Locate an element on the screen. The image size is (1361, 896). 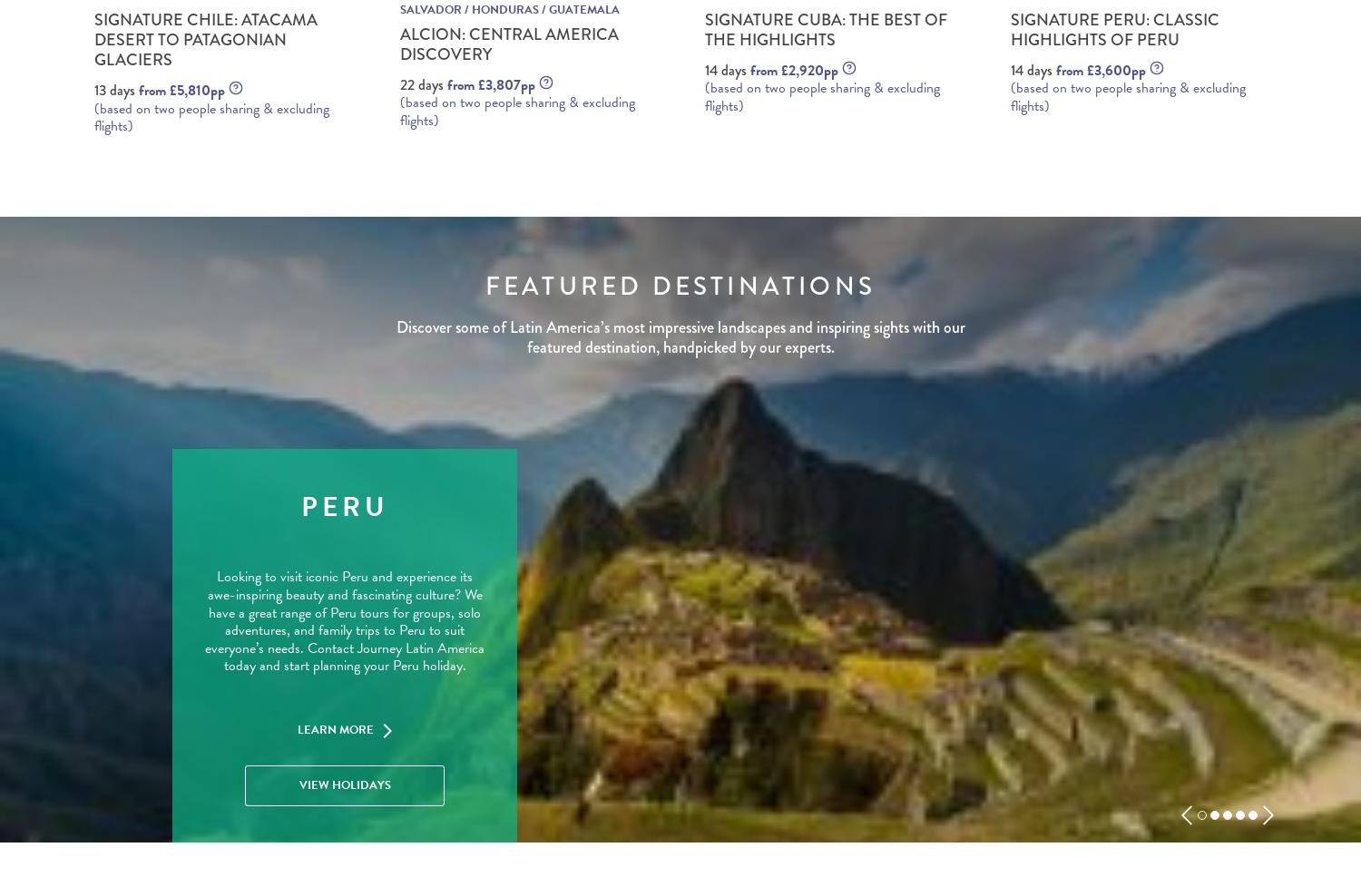
'from £2,920pp' is located at coordinates (749, 69).